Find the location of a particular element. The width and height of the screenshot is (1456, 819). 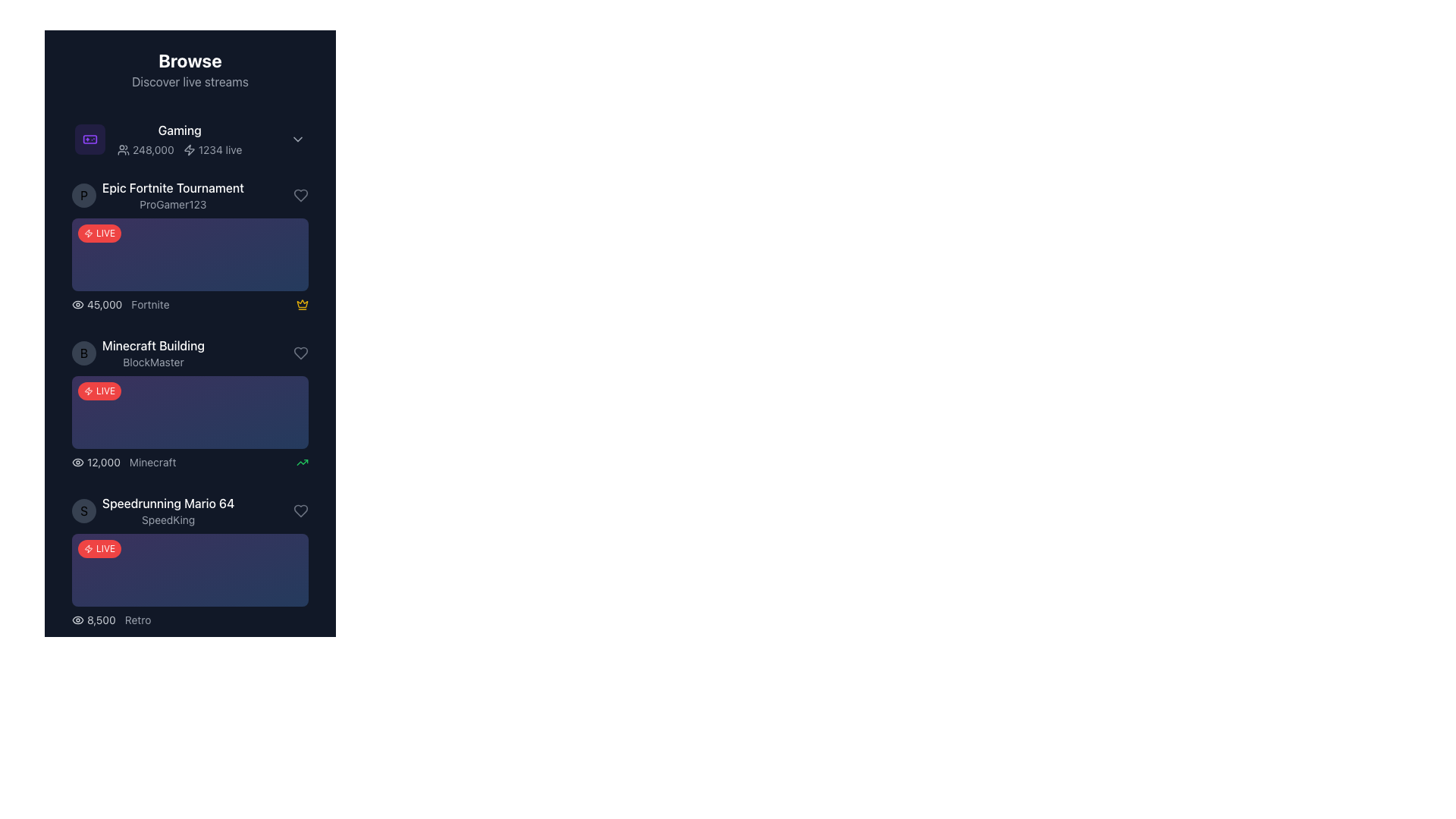

the 'Gaming' category icon located at the top-left of the section is located at coordinates (89, 140).